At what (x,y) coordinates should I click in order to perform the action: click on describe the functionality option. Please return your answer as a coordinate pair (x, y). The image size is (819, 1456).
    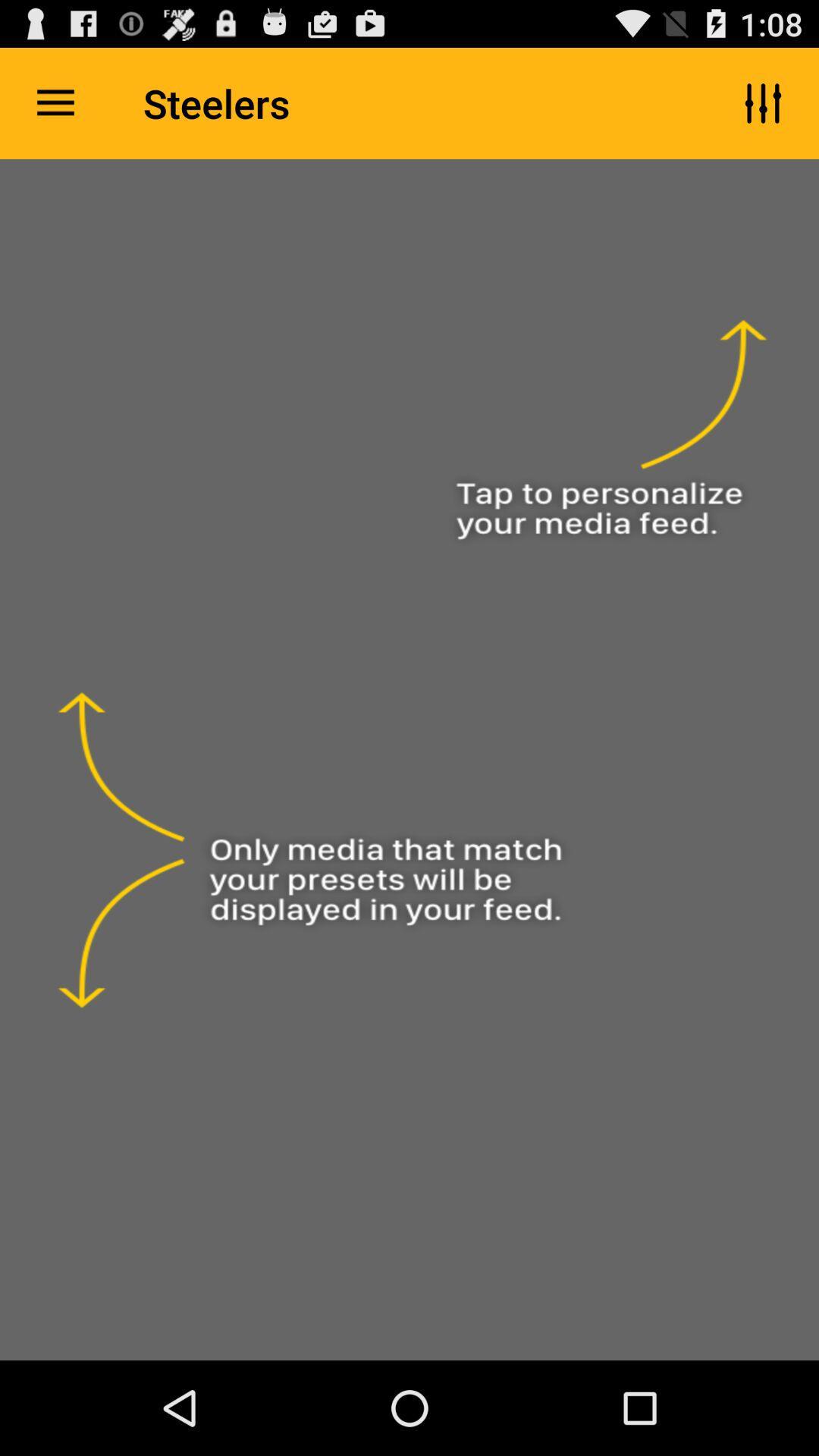
    Looking at the image, I should click on (409, 760).